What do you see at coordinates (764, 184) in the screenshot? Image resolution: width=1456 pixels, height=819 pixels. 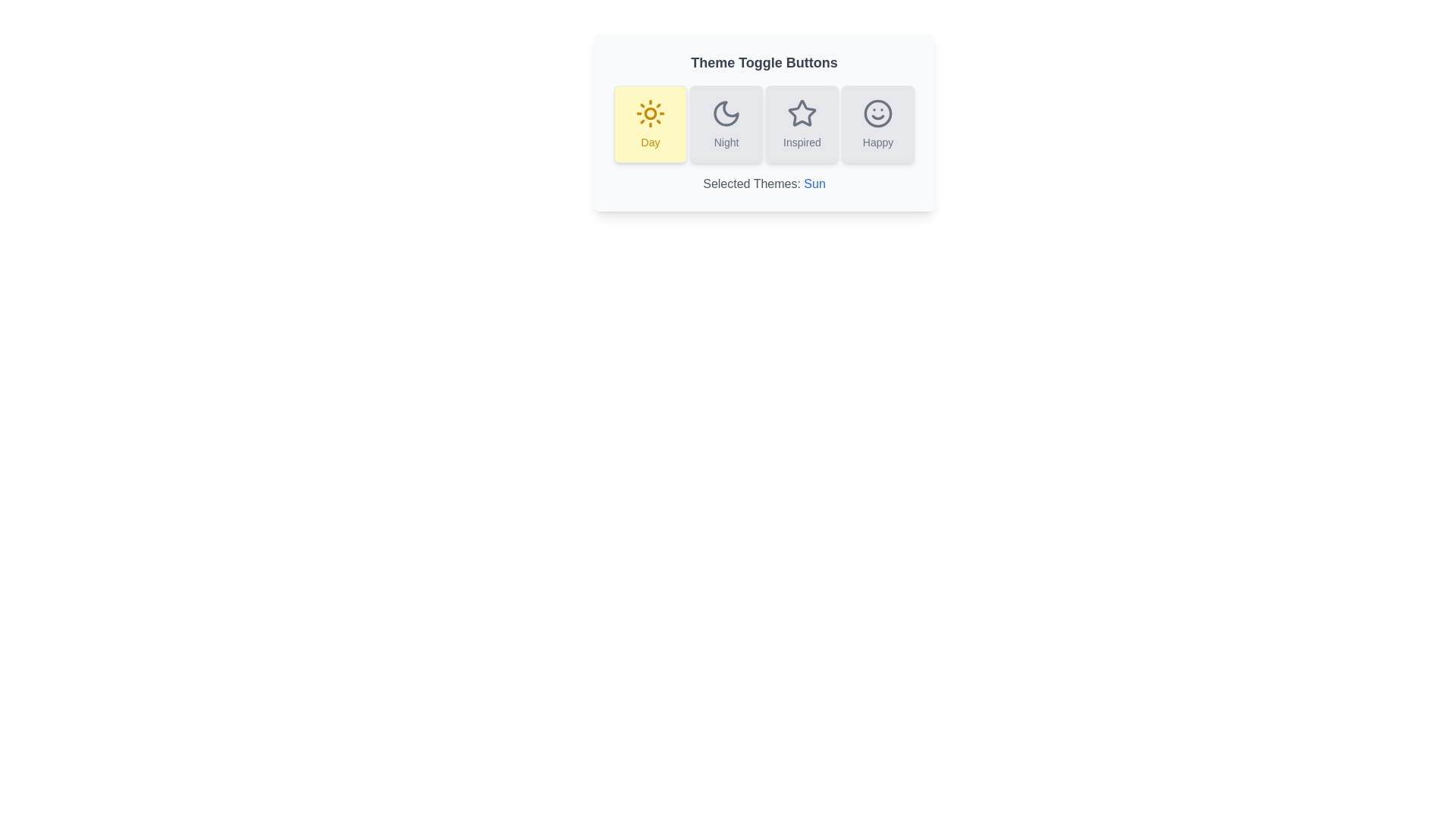 I see `the Text Display element that shows the currently selected theme, located below the theme toggle buttons` at bounding box center [764, 184].